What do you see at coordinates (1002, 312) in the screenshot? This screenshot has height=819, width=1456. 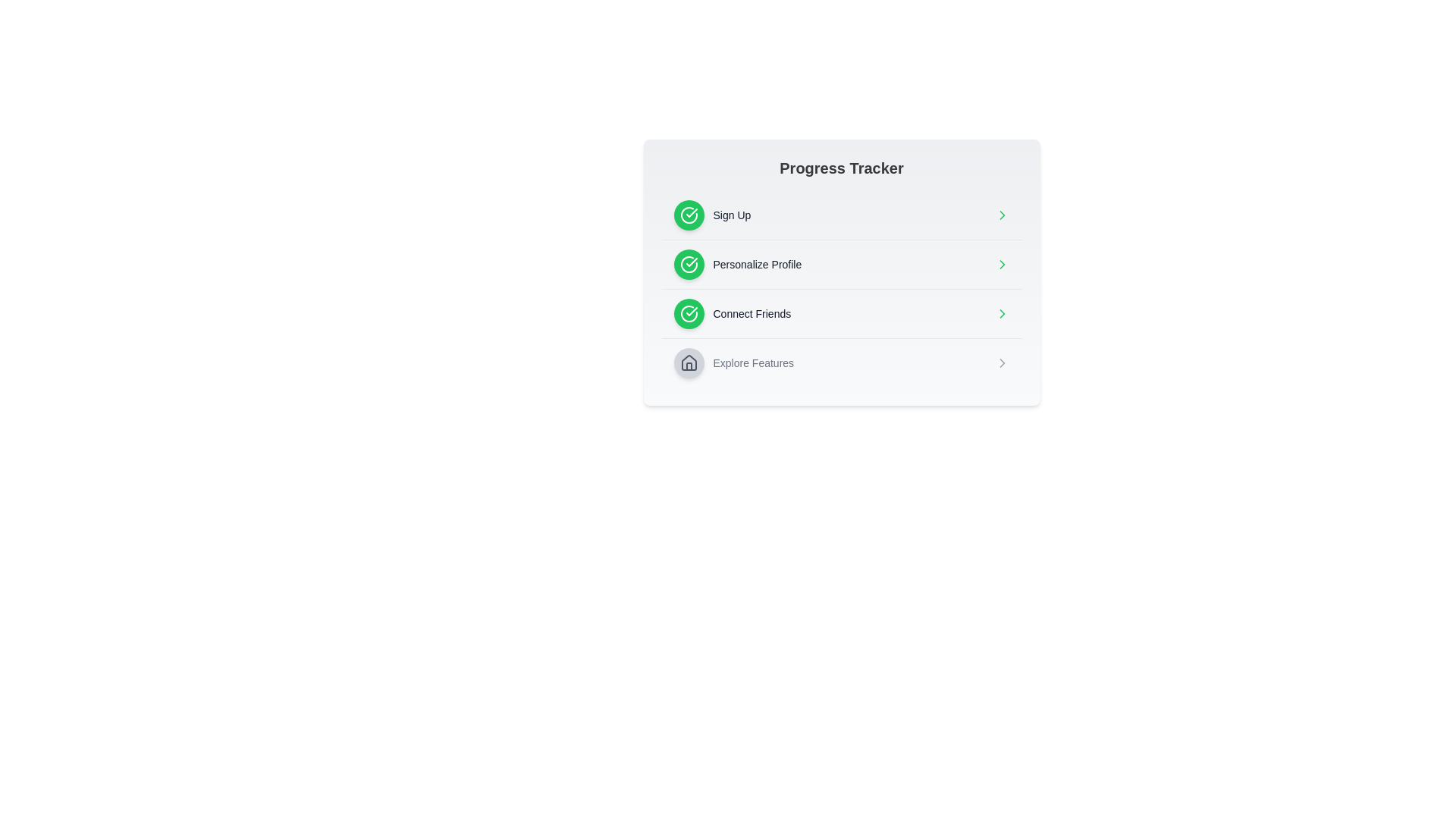 I see `the navigation icon located at the far right of the 'Connect Friends' row to trigger the next step or detailed view` at bounding box center [1002, 312].